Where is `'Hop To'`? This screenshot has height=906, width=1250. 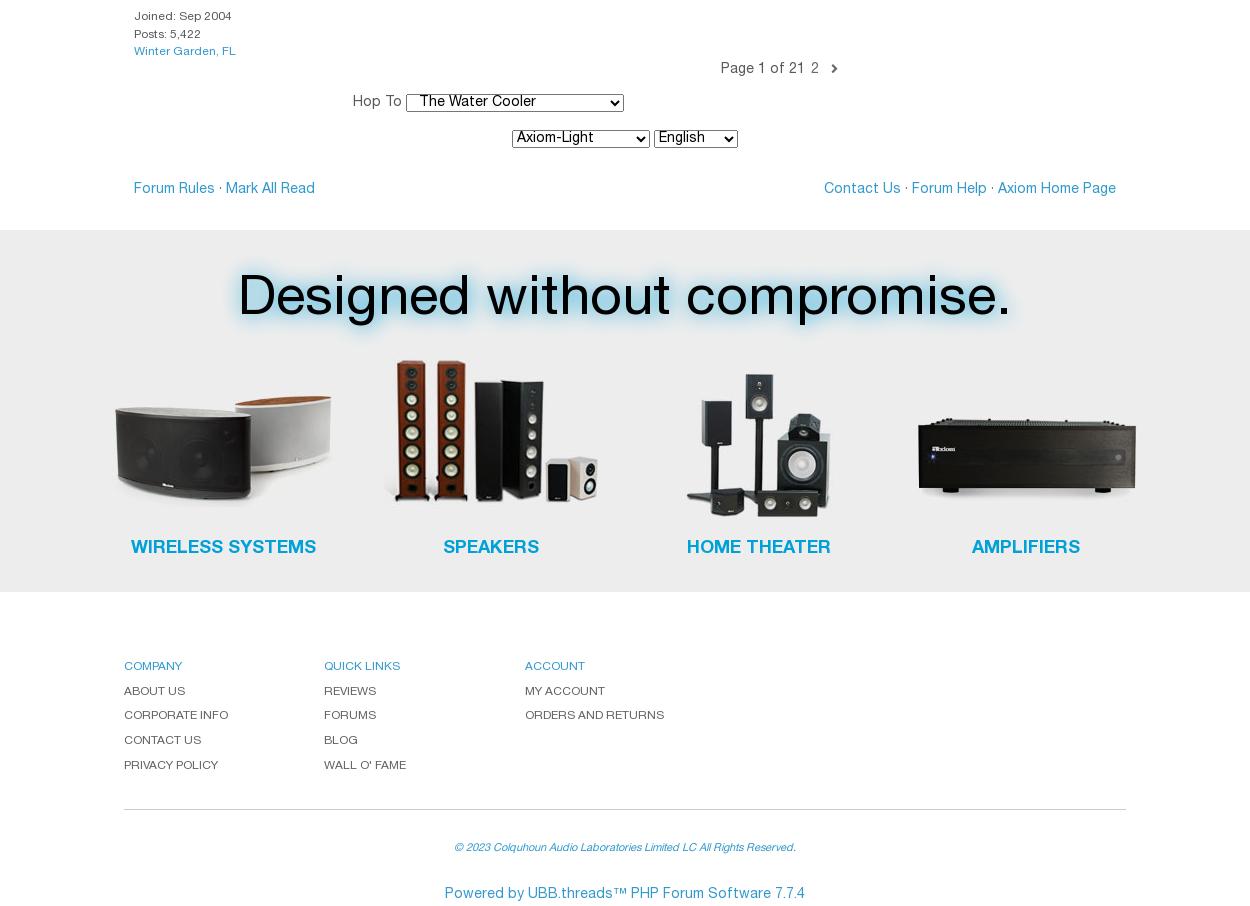 'Hop To' is located at coordinates (377, 101).